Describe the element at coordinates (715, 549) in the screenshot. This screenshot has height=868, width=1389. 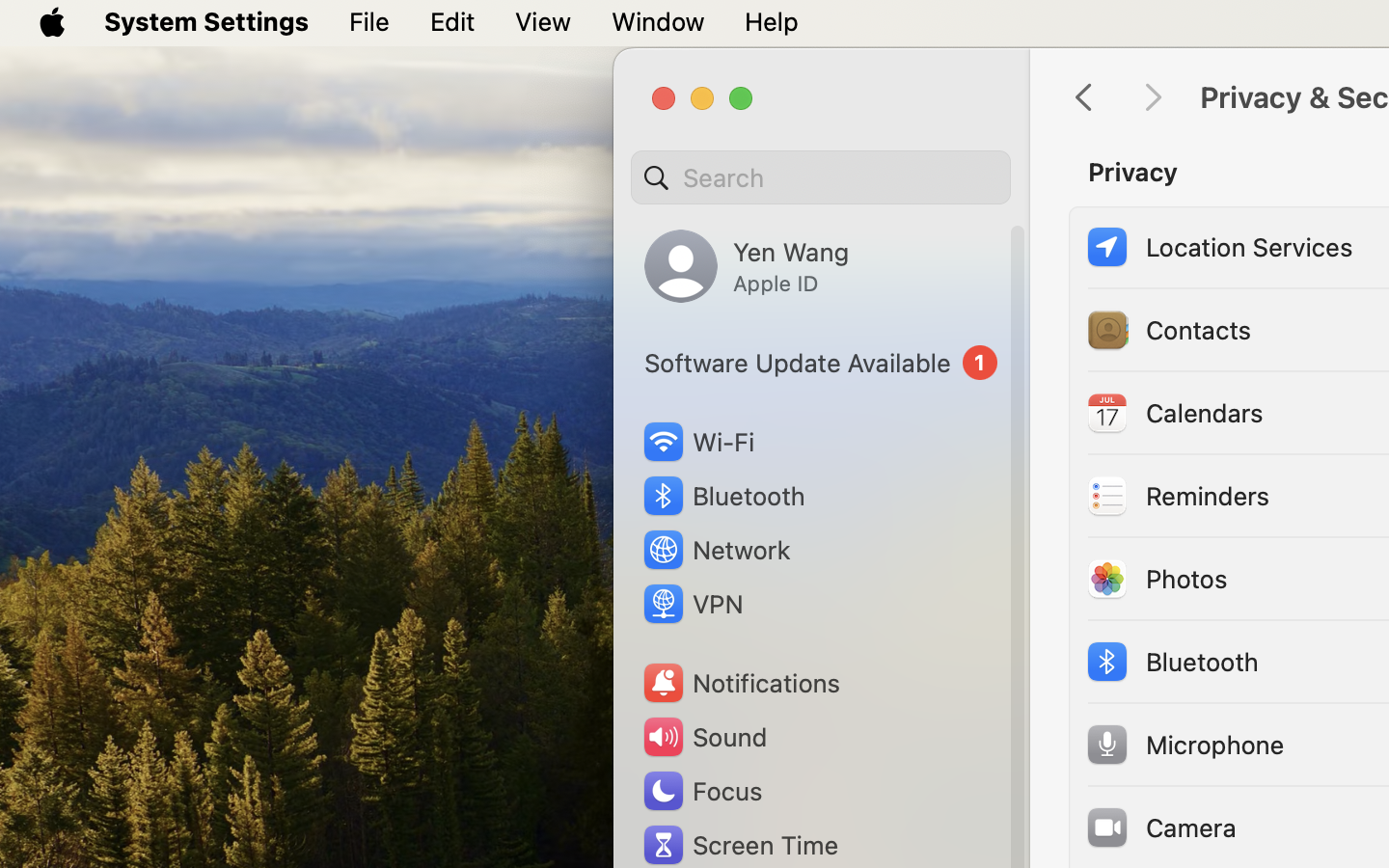
I see `'Network'` at that location.